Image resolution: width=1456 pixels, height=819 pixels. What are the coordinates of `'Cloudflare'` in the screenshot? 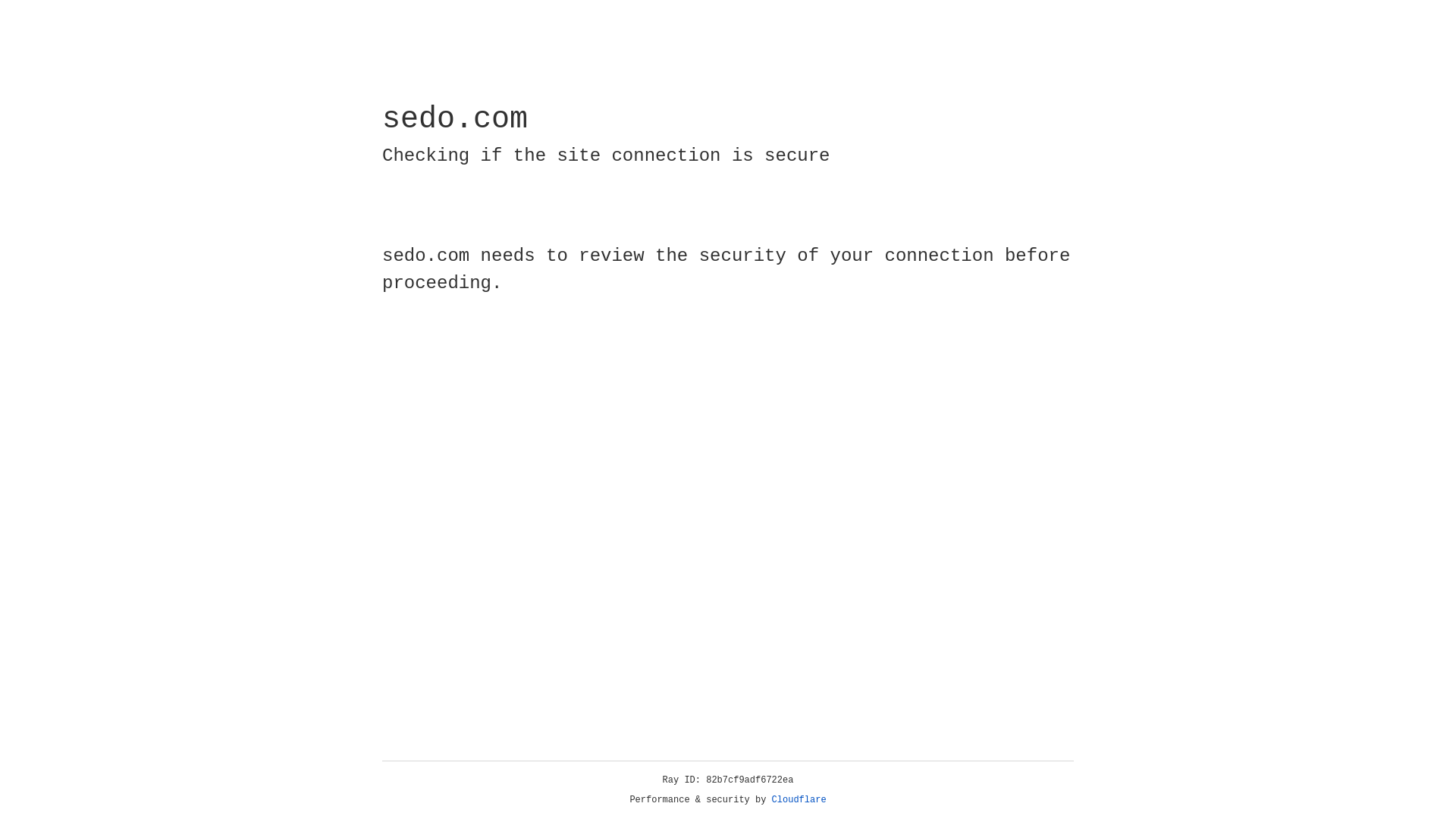 It's located at (771, 799).